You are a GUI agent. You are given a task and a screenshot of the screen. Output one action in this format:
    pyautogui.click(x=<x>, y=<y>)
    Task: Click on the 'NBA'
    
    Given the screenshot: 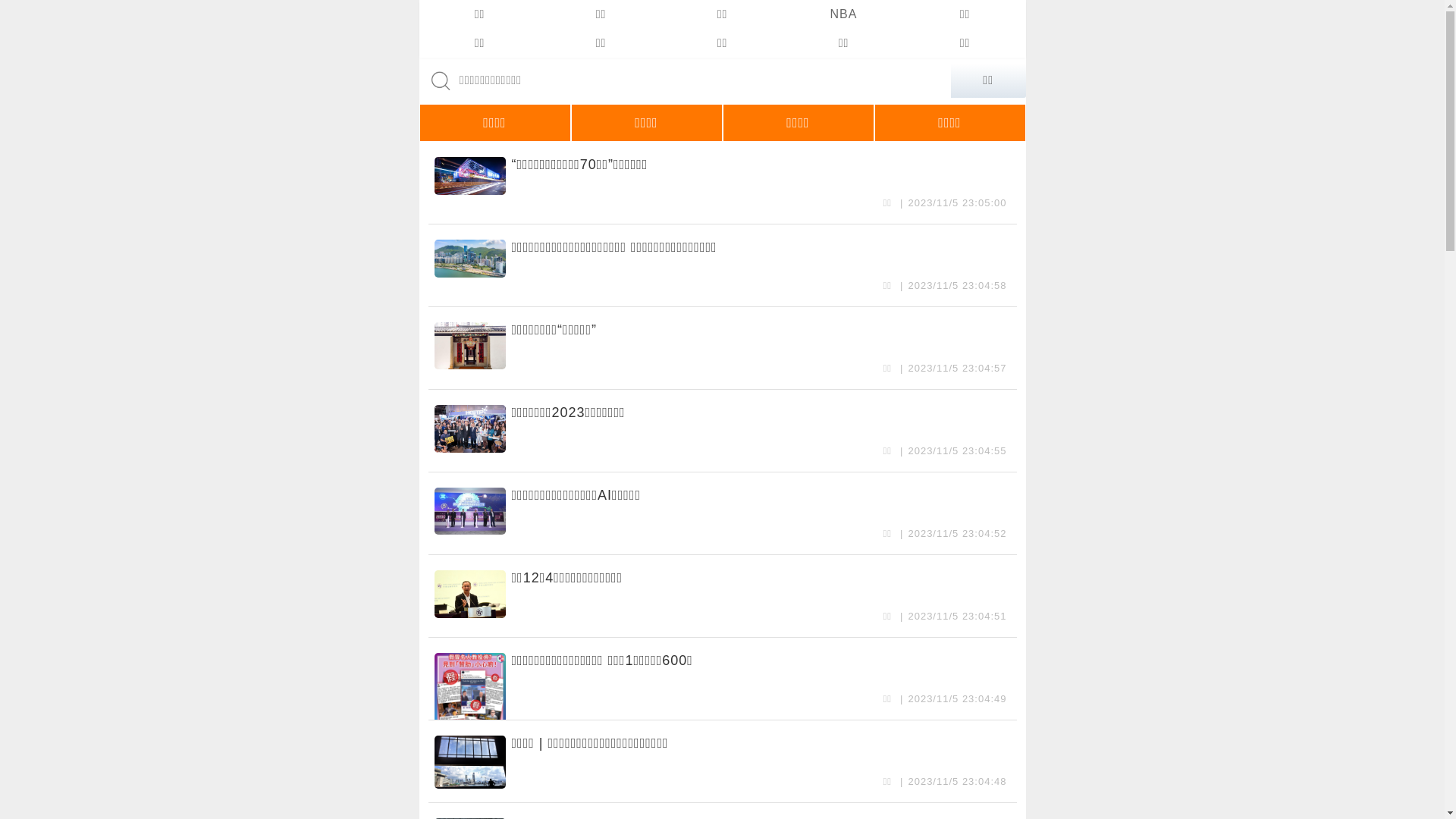 What is the action you would take?
    pyautogui.click(x=783, y=14)
    